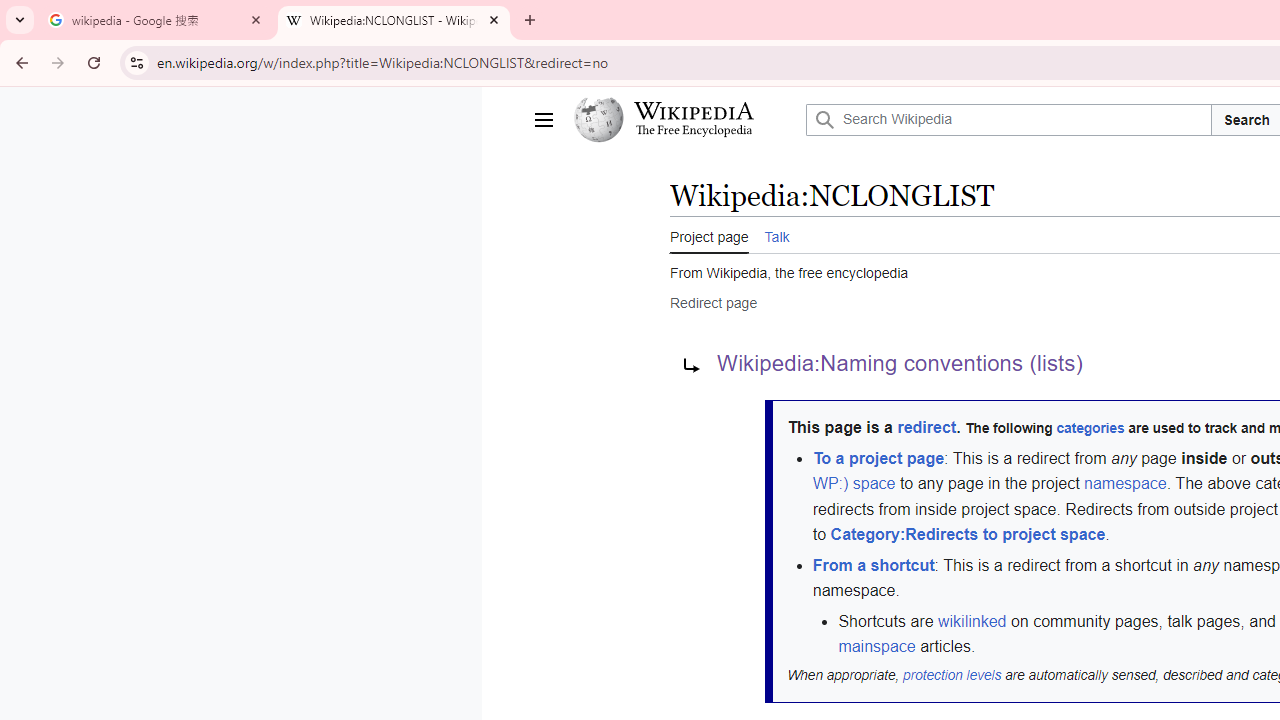 The image size is (1280, 720). I want to click on 'New Tab', so click(529, 20).